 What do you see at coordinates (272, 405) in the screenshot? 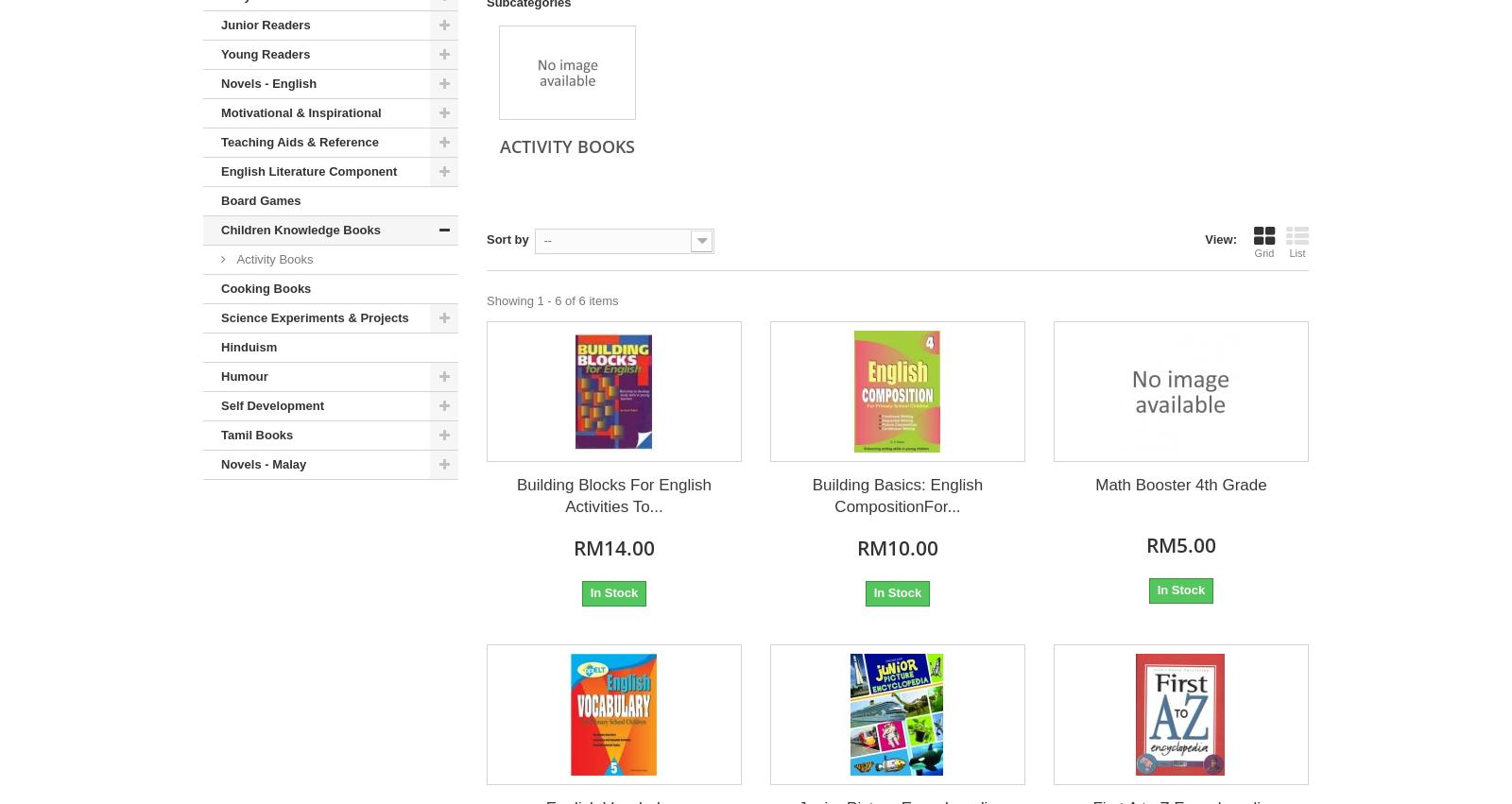
I see `'Self Development'` at bounding box center [272, 405].